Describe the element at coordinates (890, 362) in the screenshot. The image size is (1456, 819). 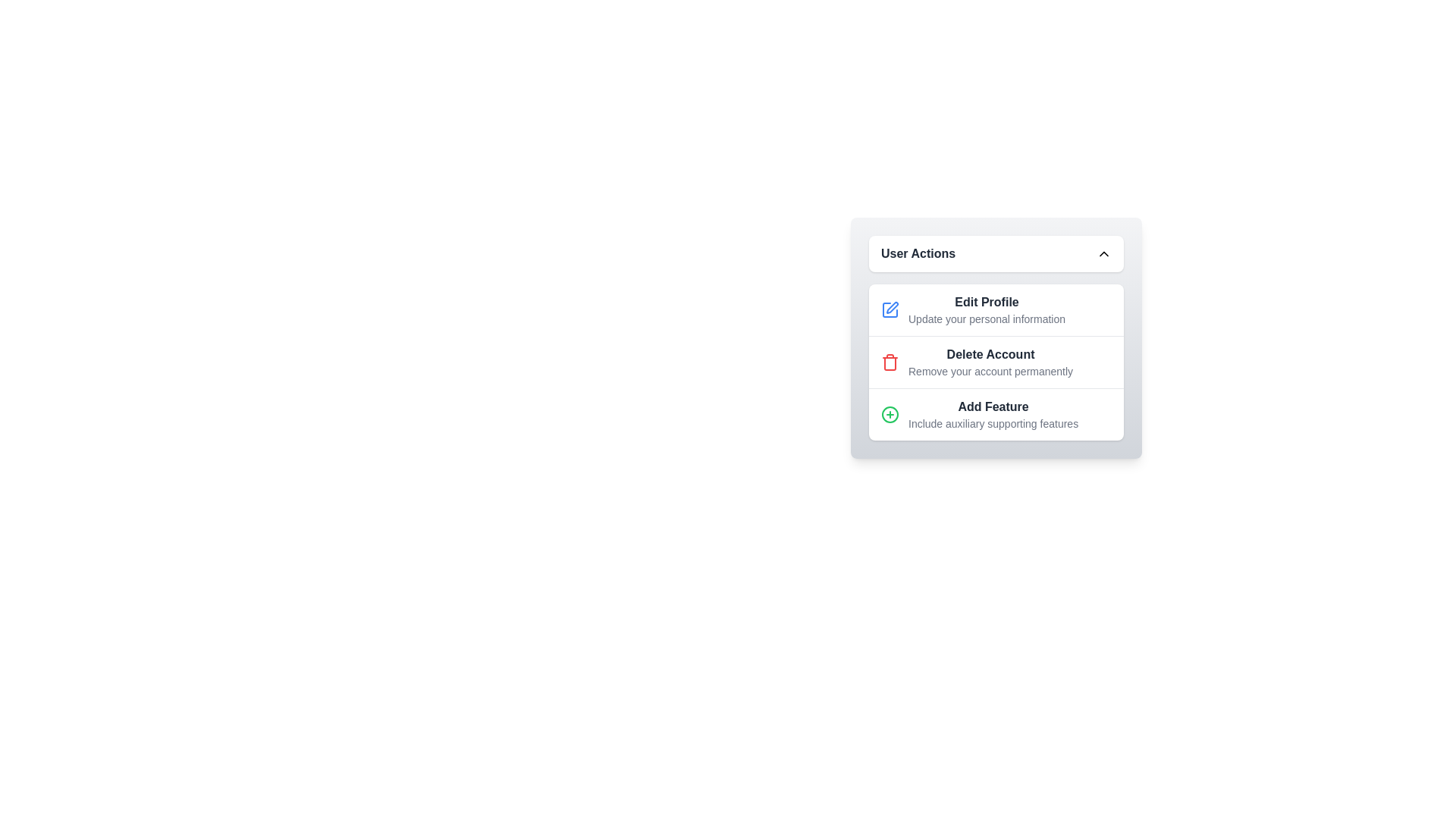
I see `the Delete Account icon, which is the first element on the left in the menu option indicating account deletion` at that location.